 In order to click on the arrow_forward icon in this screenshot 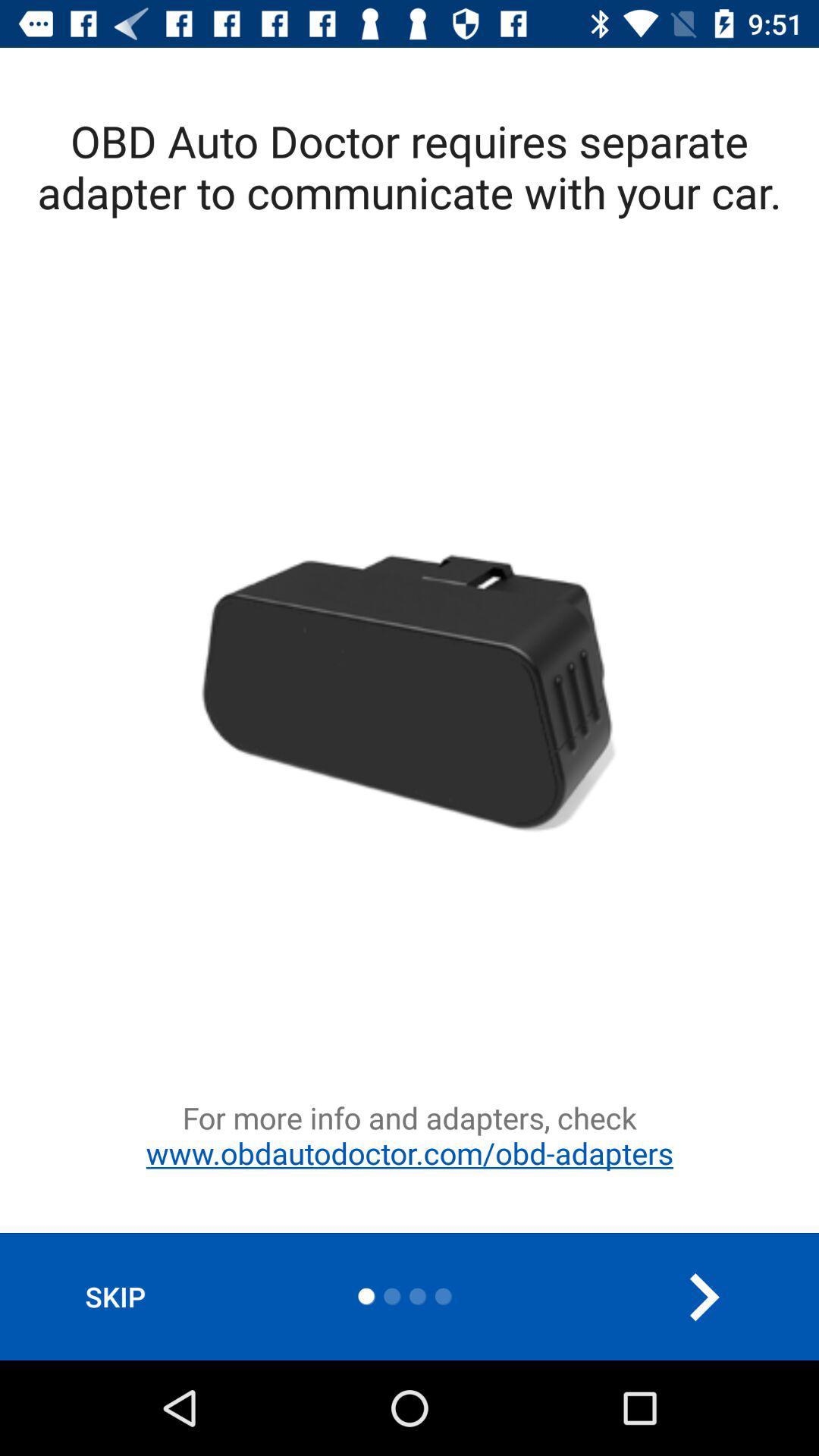, I will do `click(703, 1296)`.